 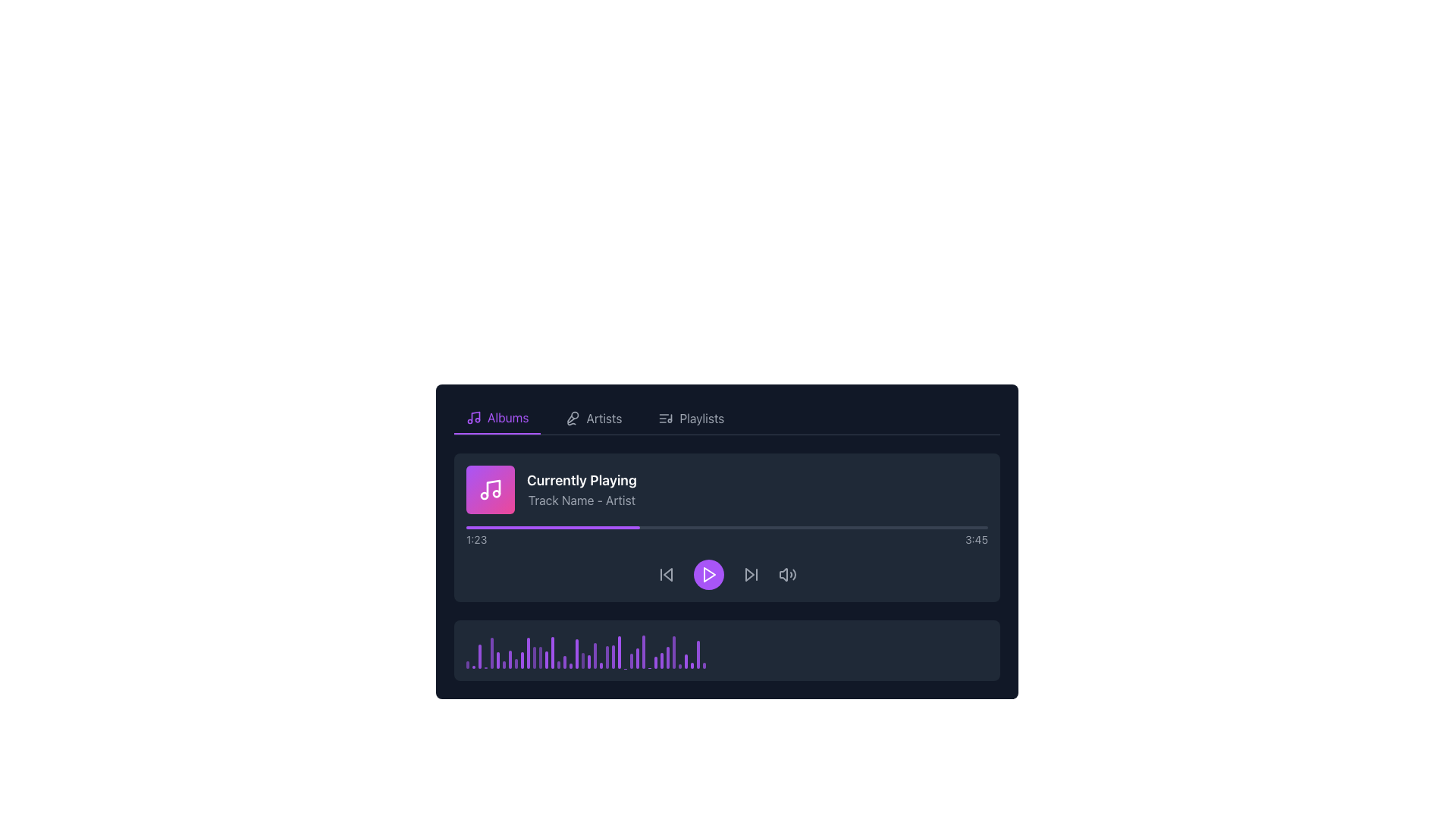 I want to click on the 13th vertical bar in the histogram-like visualization, which is colored purple and has rounded ends, located within a dark gray rectangular area, so click(x=541, y=657).